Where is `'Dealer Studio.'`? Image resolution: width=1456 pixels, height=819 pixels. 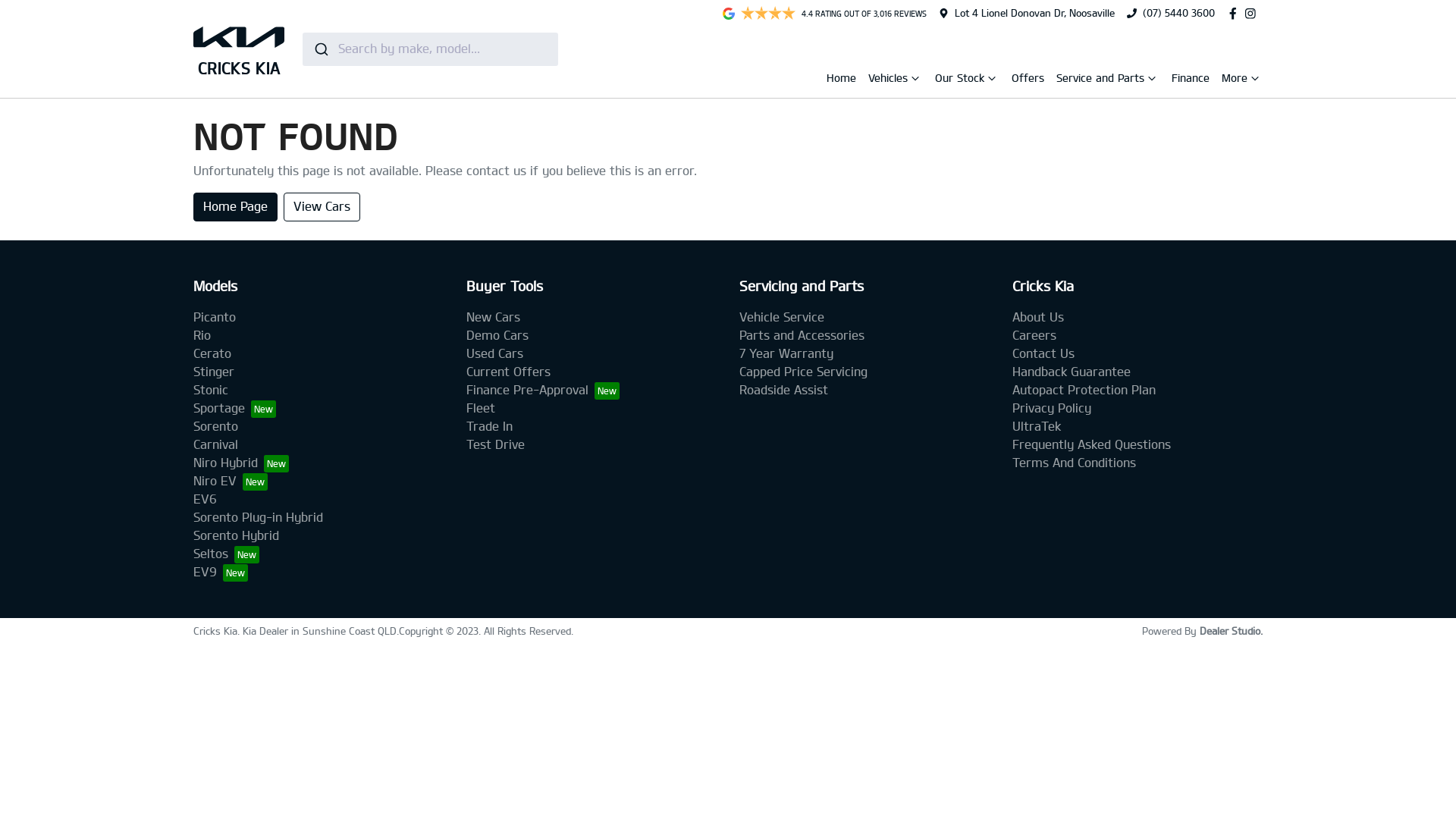
'Dealer Studio.' is located at coordinates (1231, 631).